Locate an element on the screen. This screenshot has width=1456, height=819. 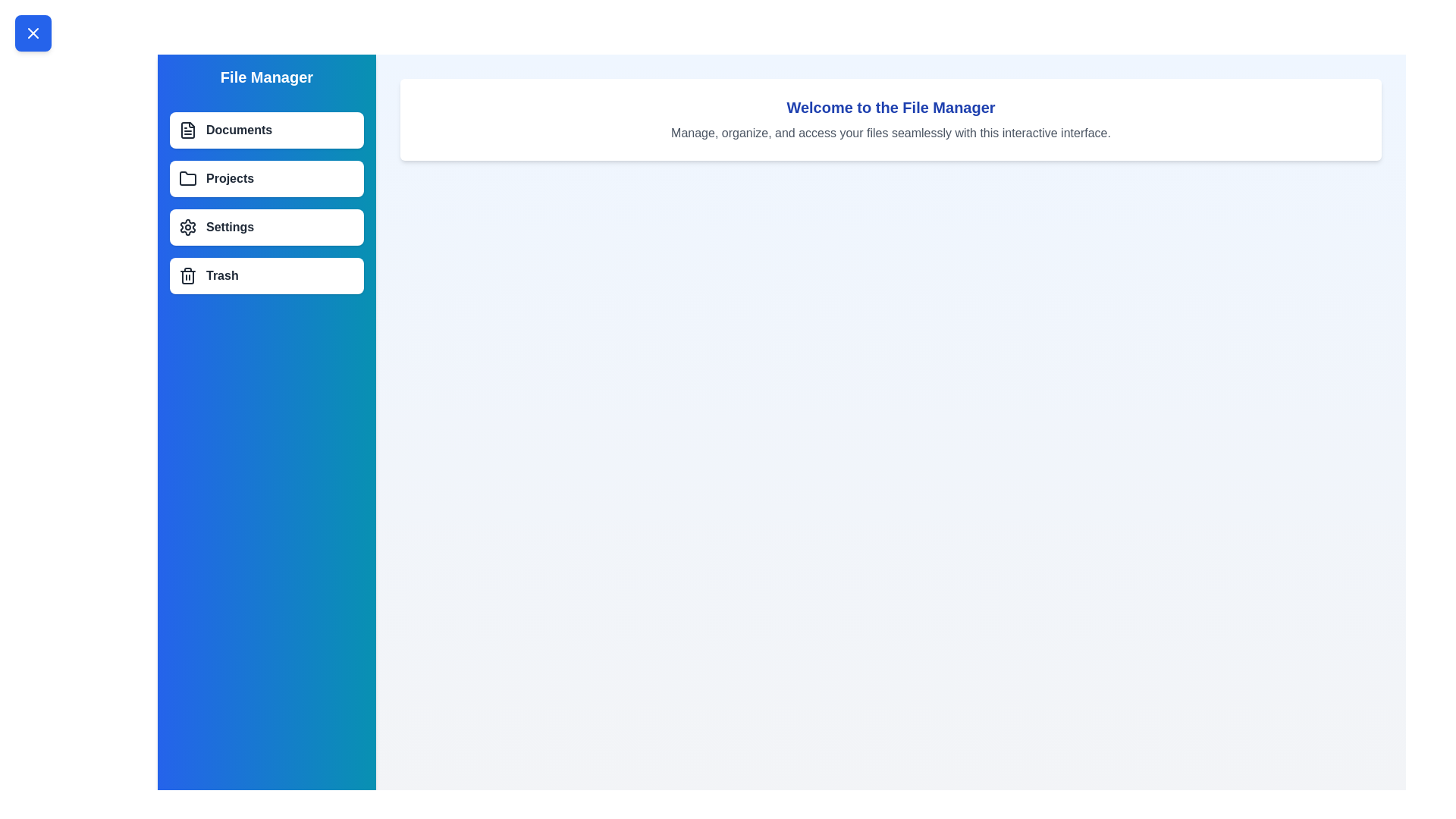
the menu item labeled Settings to select it is located at coordinates (266, 227).